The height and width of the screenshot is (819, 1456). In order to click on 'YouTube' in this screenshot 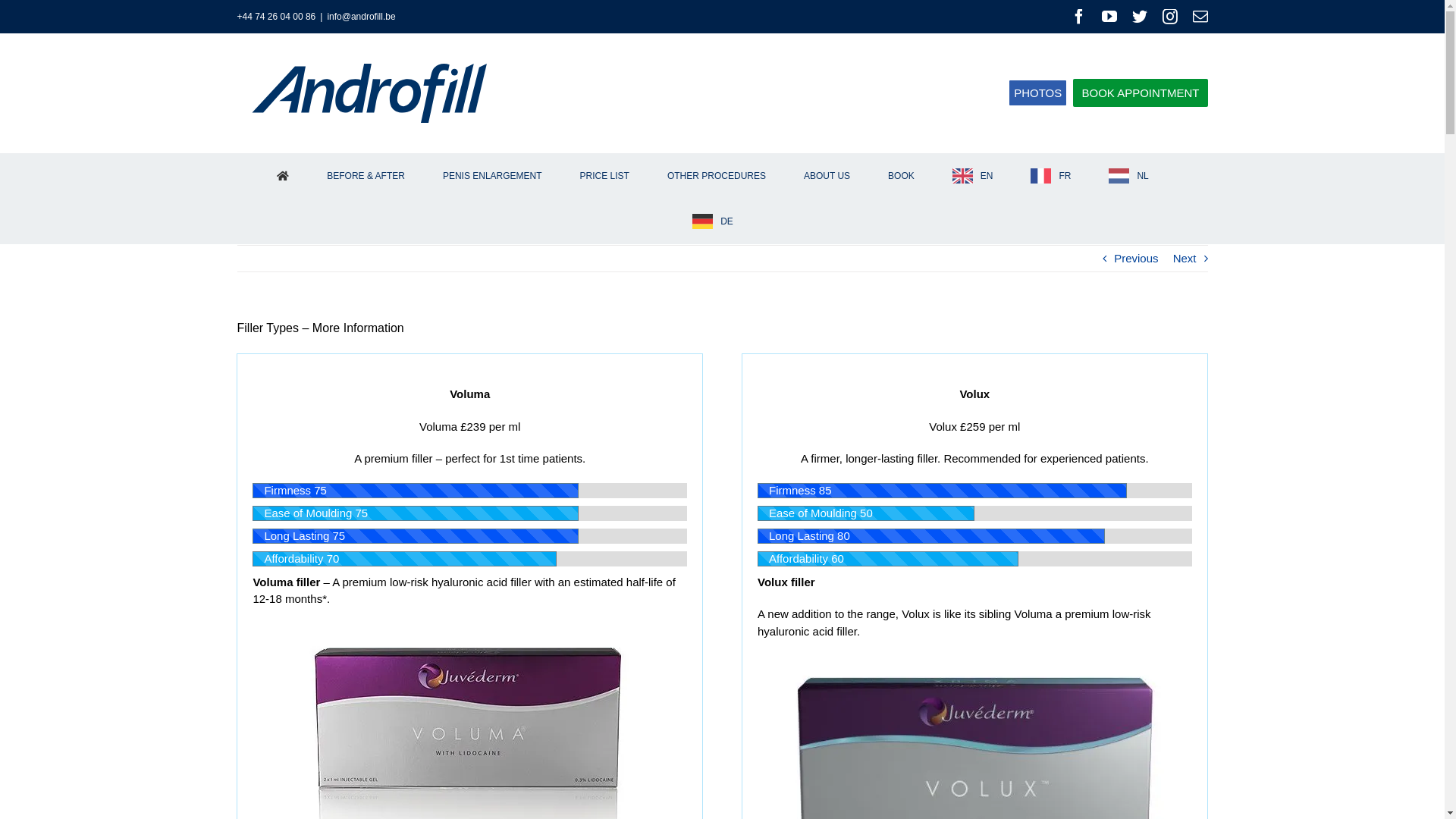, I will do `click(1109, 17)`.